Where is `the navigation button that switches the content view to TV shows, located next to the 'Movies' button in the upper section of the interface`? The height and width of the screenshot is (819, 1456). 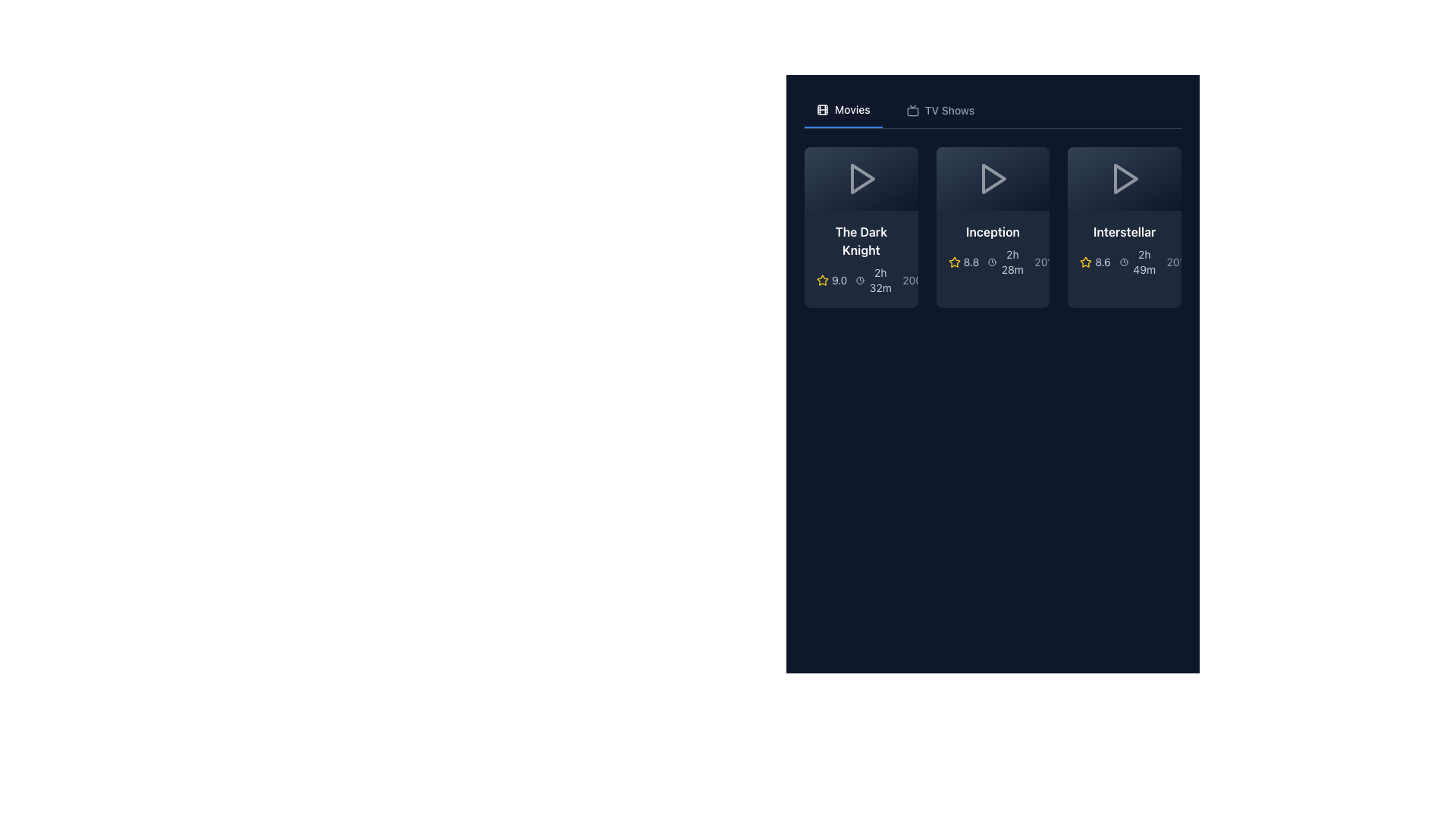 the navigation button that switches the content view to TV shows, located next to the 'Movies' button in the upper section of the interface is located at coordinates (940, 110).